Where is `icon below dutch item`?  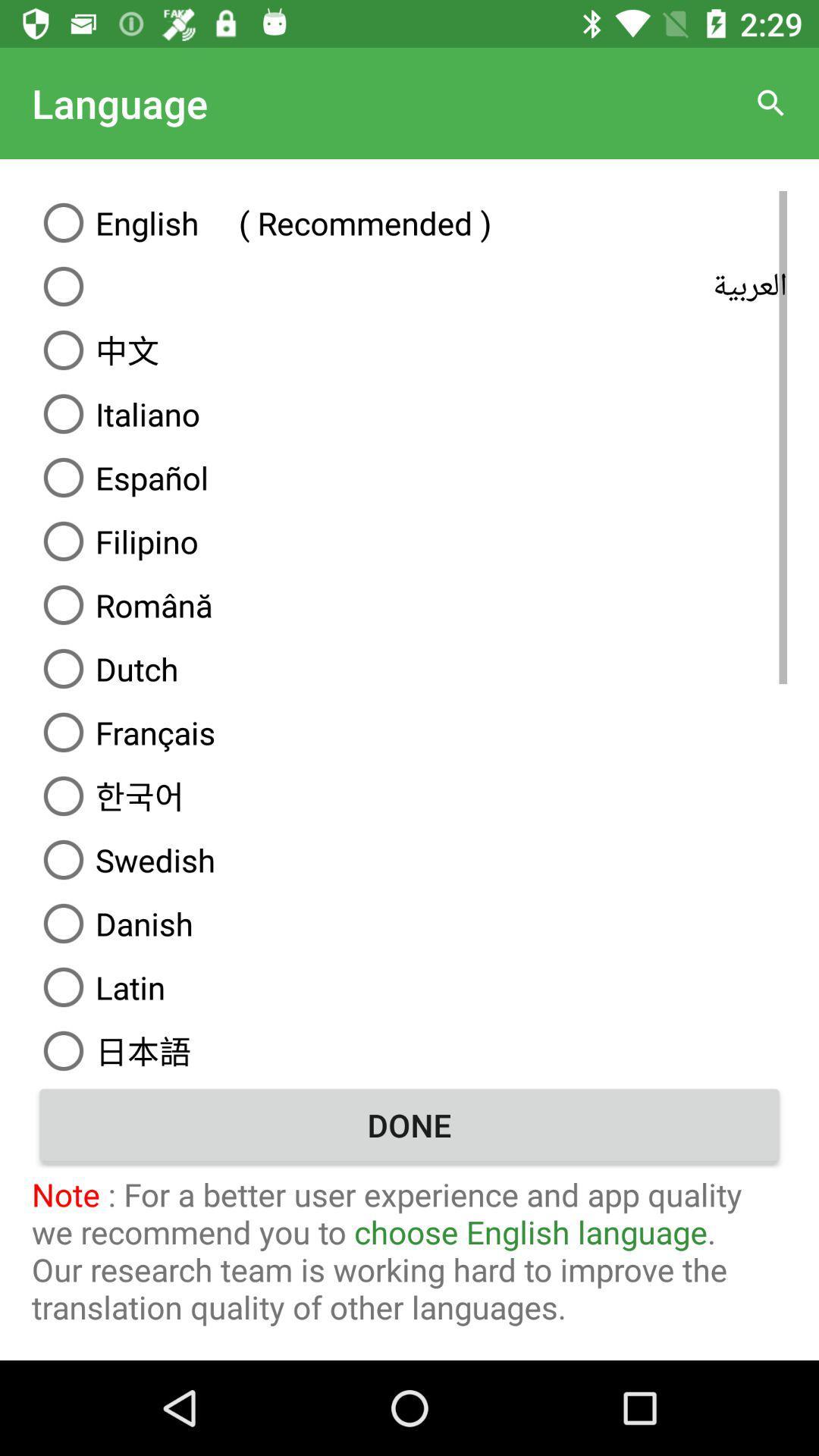
icon below dutch item is located at coordinates (409, 732).